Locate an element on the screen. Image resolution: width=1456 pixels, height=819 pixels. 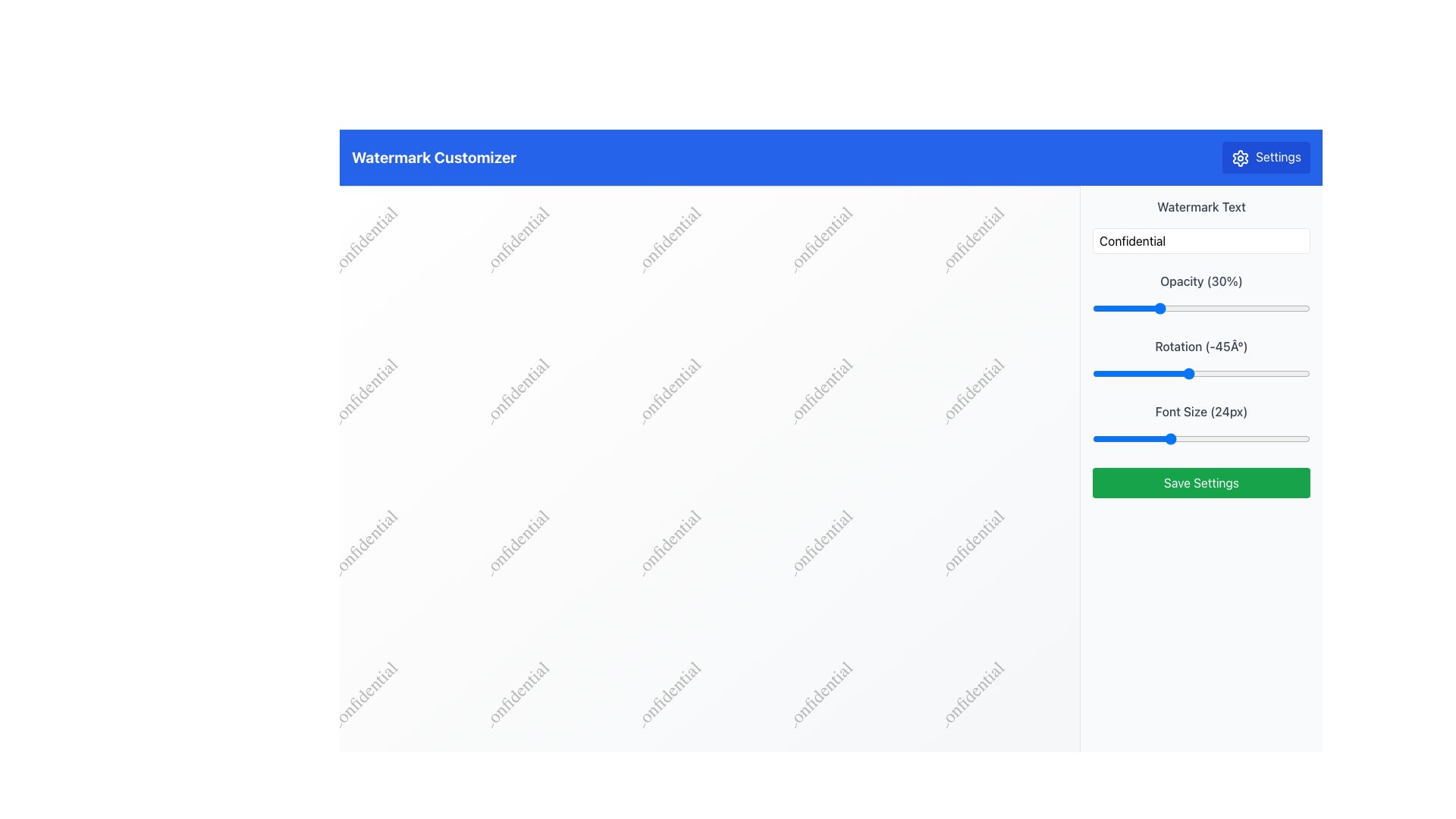
the opacity is located at coordinates (1147, 307).